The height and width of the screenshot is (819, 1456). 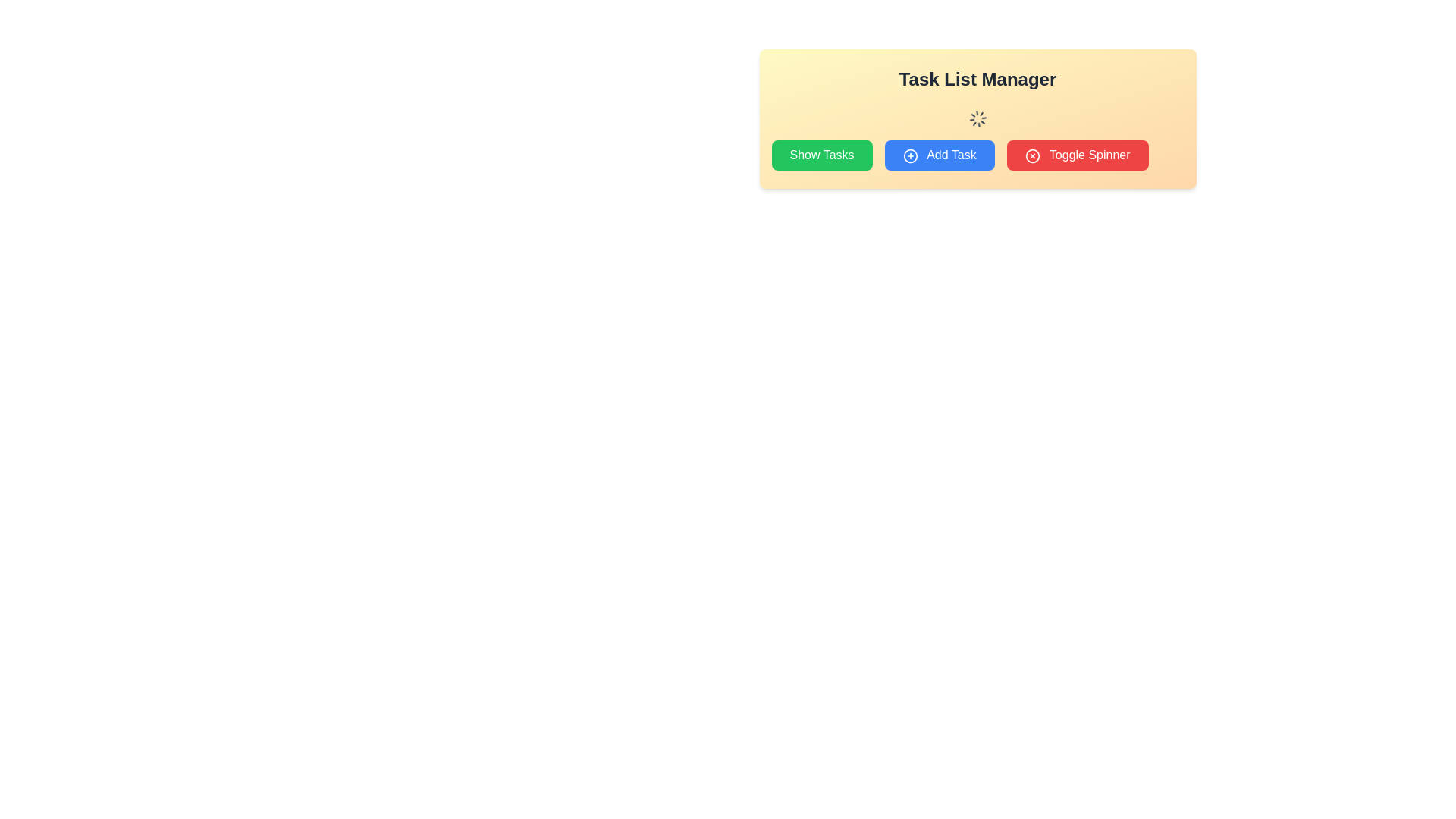 I want to click on the 'Add Task' button icon that initiates the action, so click(x=910, y=155).